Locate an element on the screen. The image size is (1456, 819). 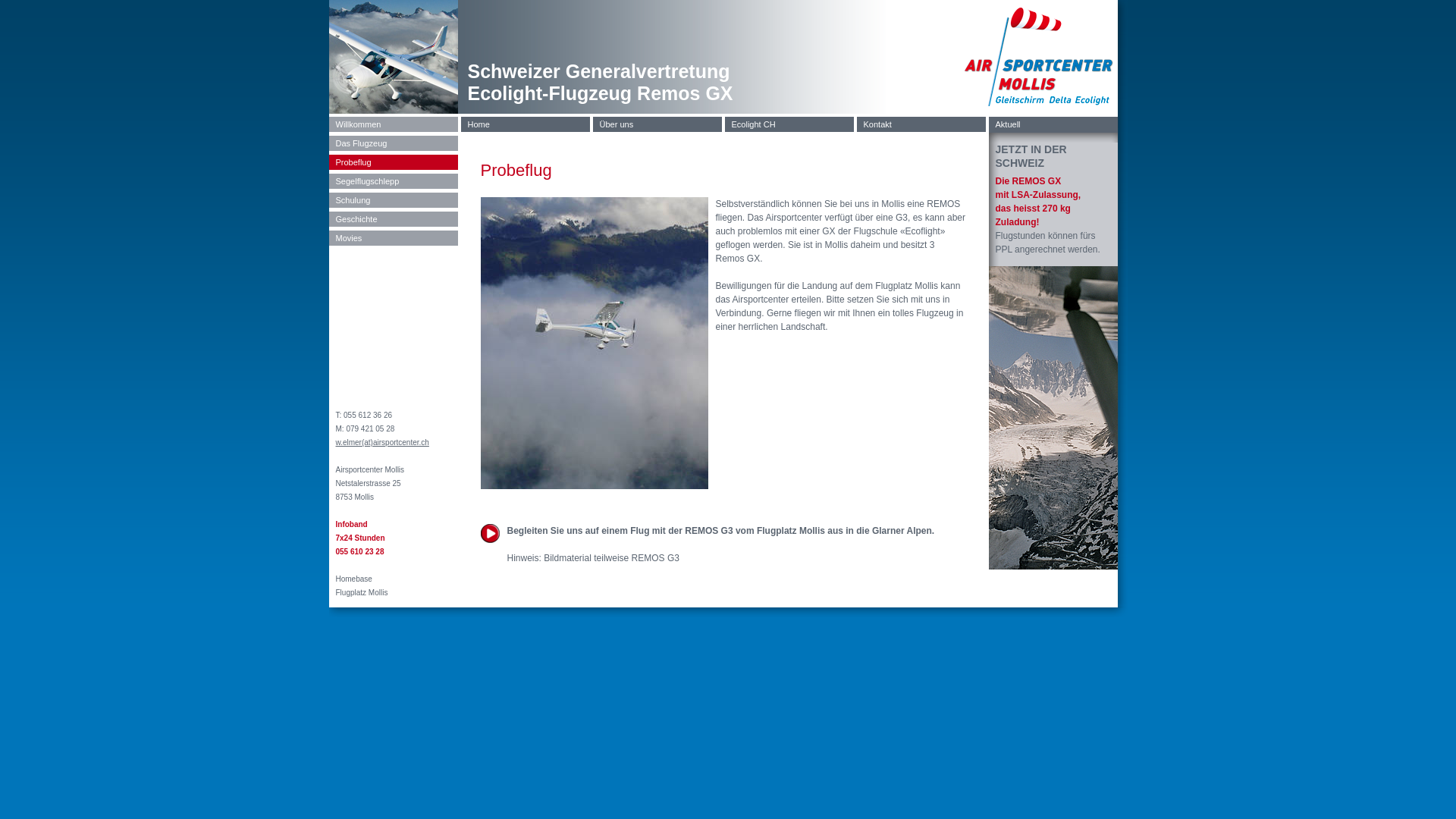
'w.elmer(at)airsportcenter.ch' is located at coordinates (381, 442).